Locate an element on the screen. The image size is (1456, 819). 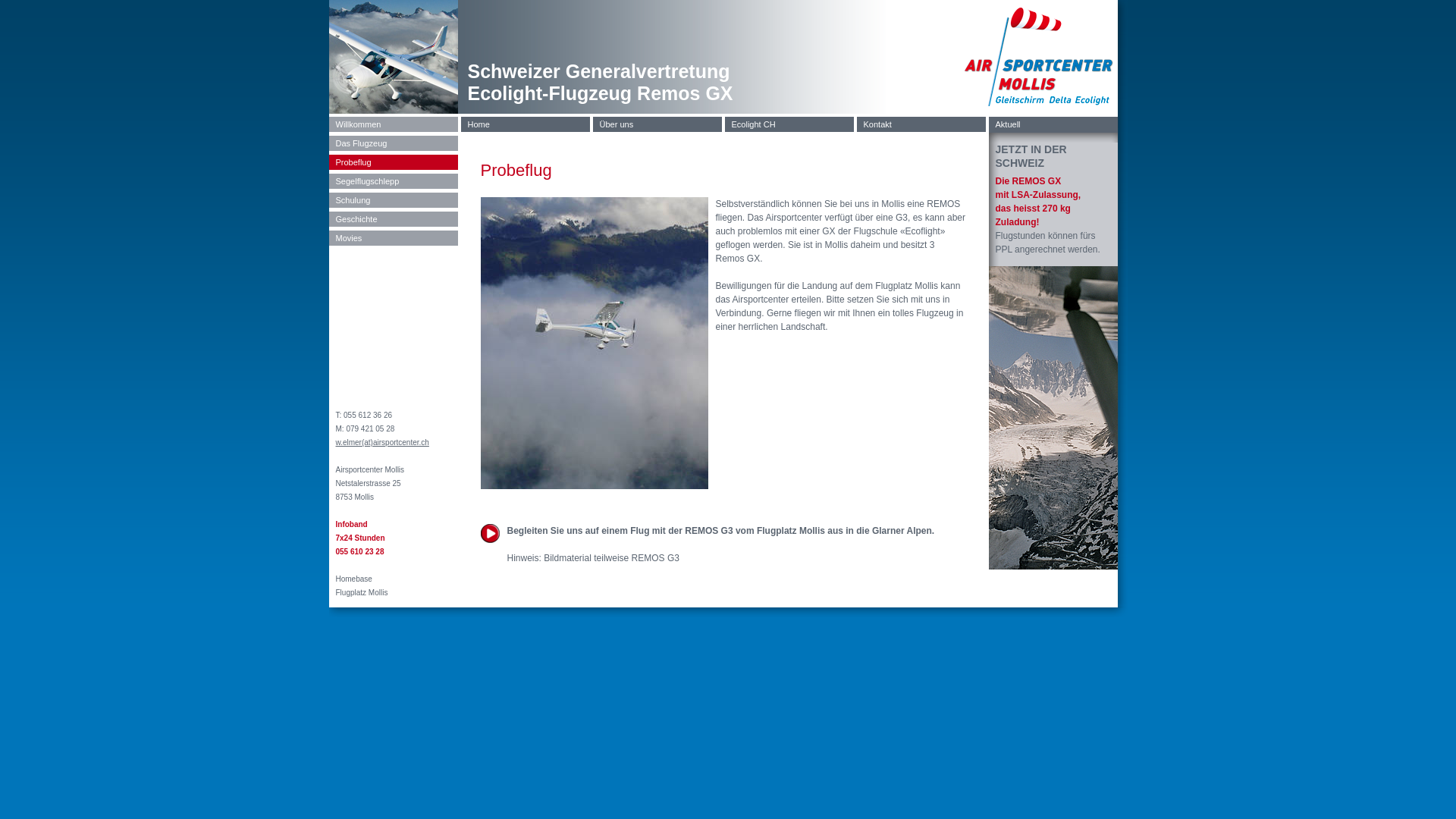
'w.elmer(at)airsportcenter.ch' is located at coordinates (381, 442).